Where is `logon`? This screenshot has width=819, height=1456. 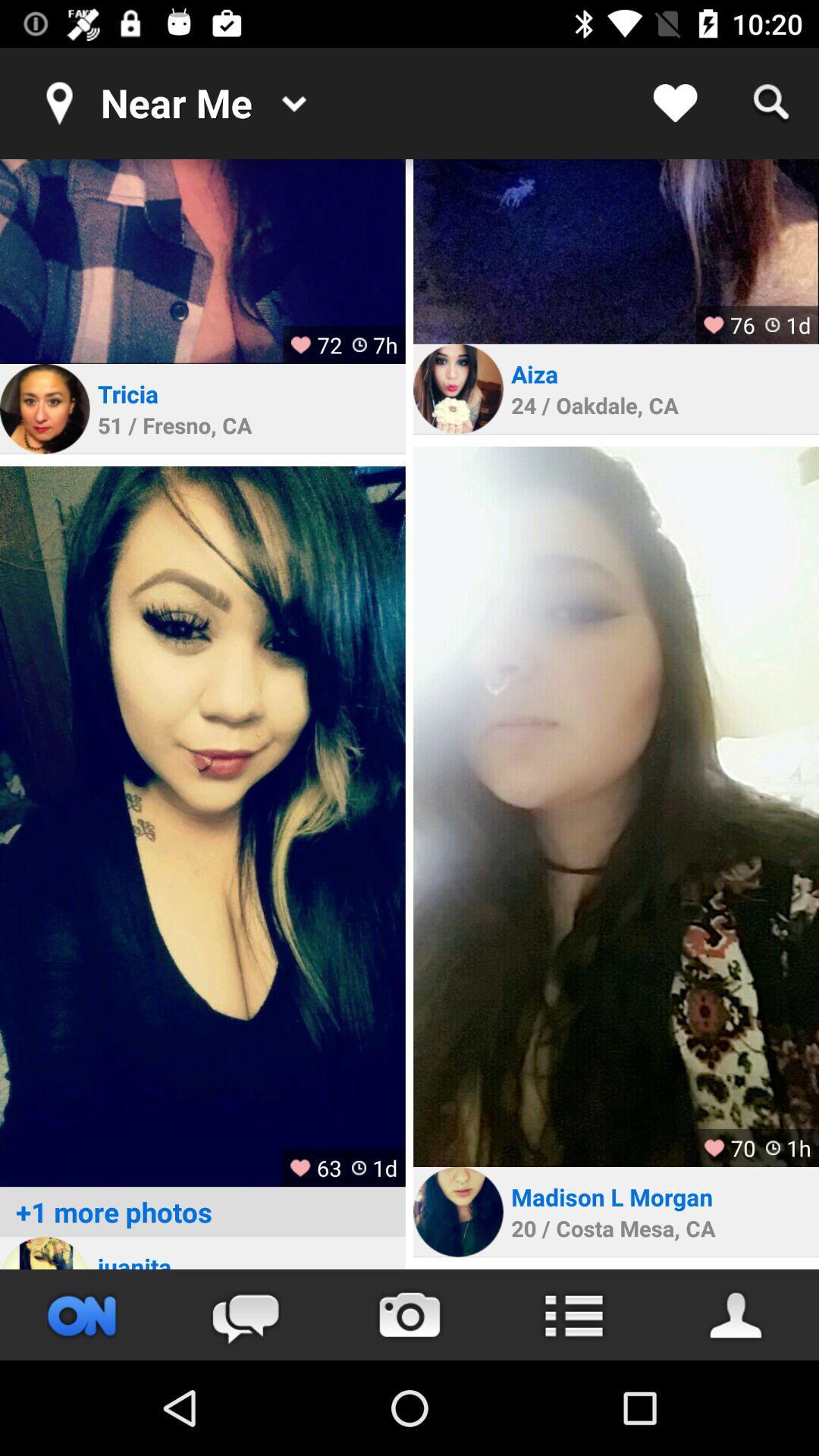
logon is located at coordinates (44, 1253).